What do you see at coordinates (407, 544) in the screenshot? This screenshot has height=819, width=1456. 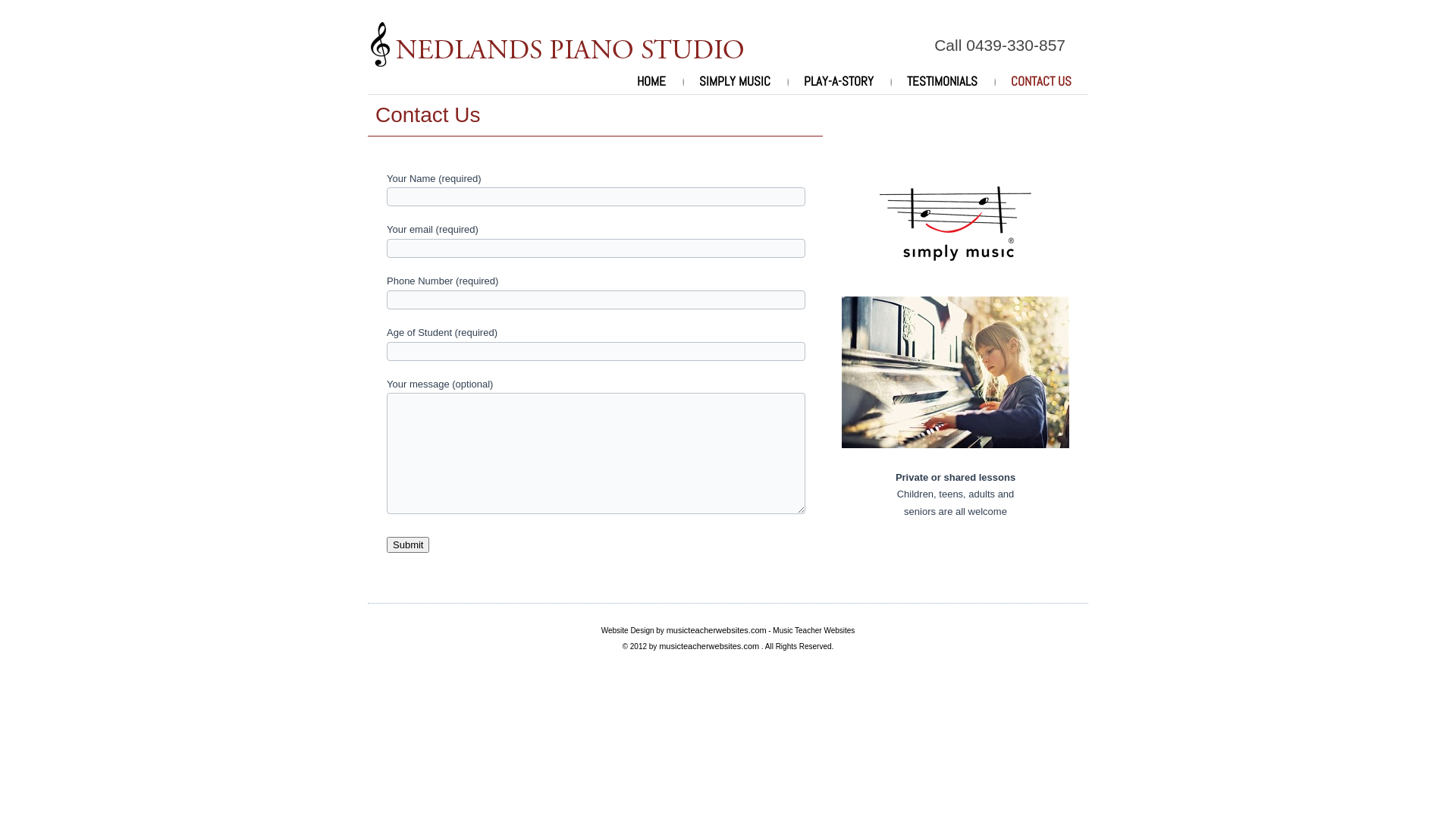 I see `'Submit'` at bounding box center [407, 544].